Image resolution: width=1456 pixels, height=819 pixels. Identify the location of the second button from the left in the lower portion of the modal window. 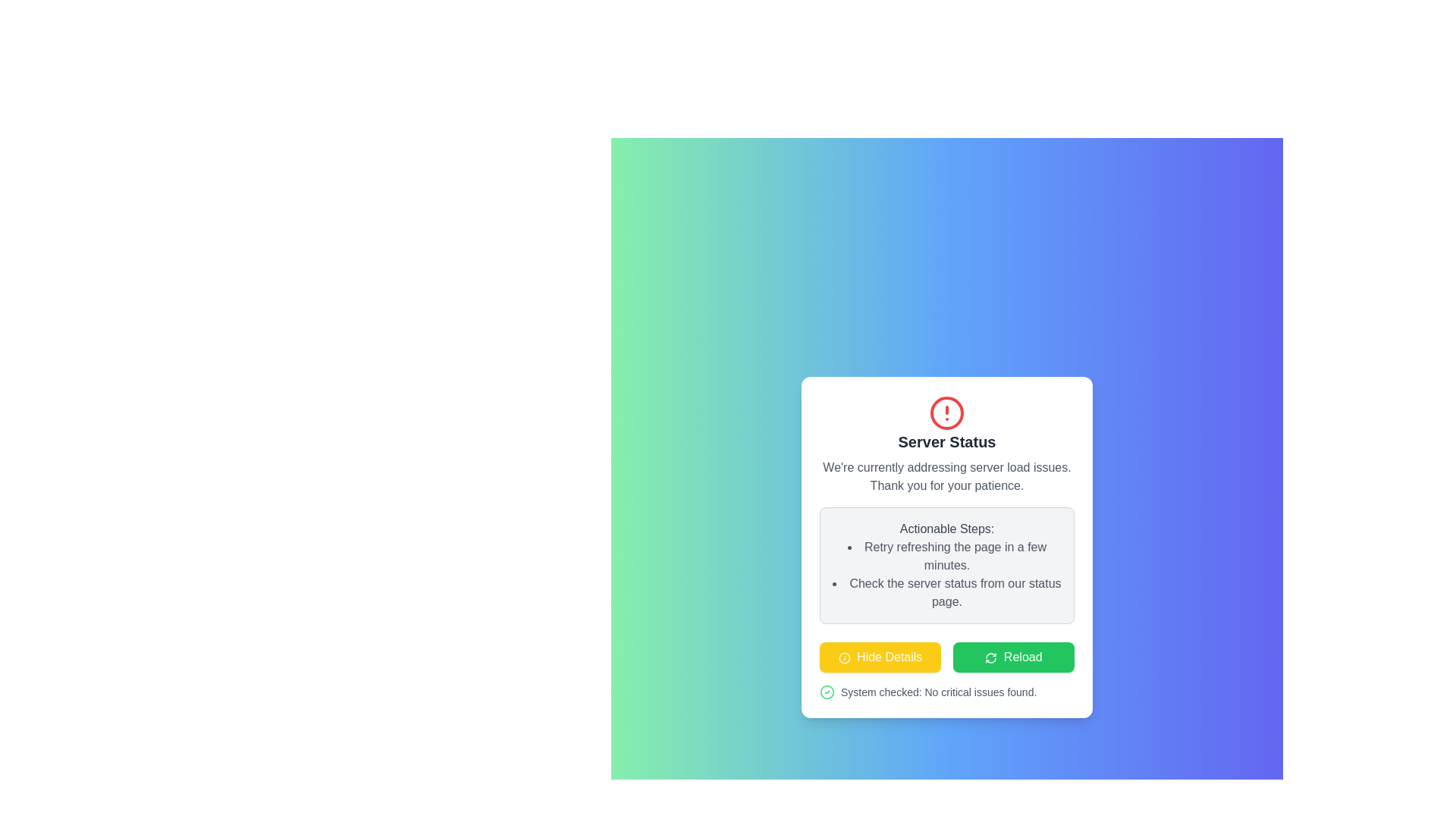
(1014, 657).